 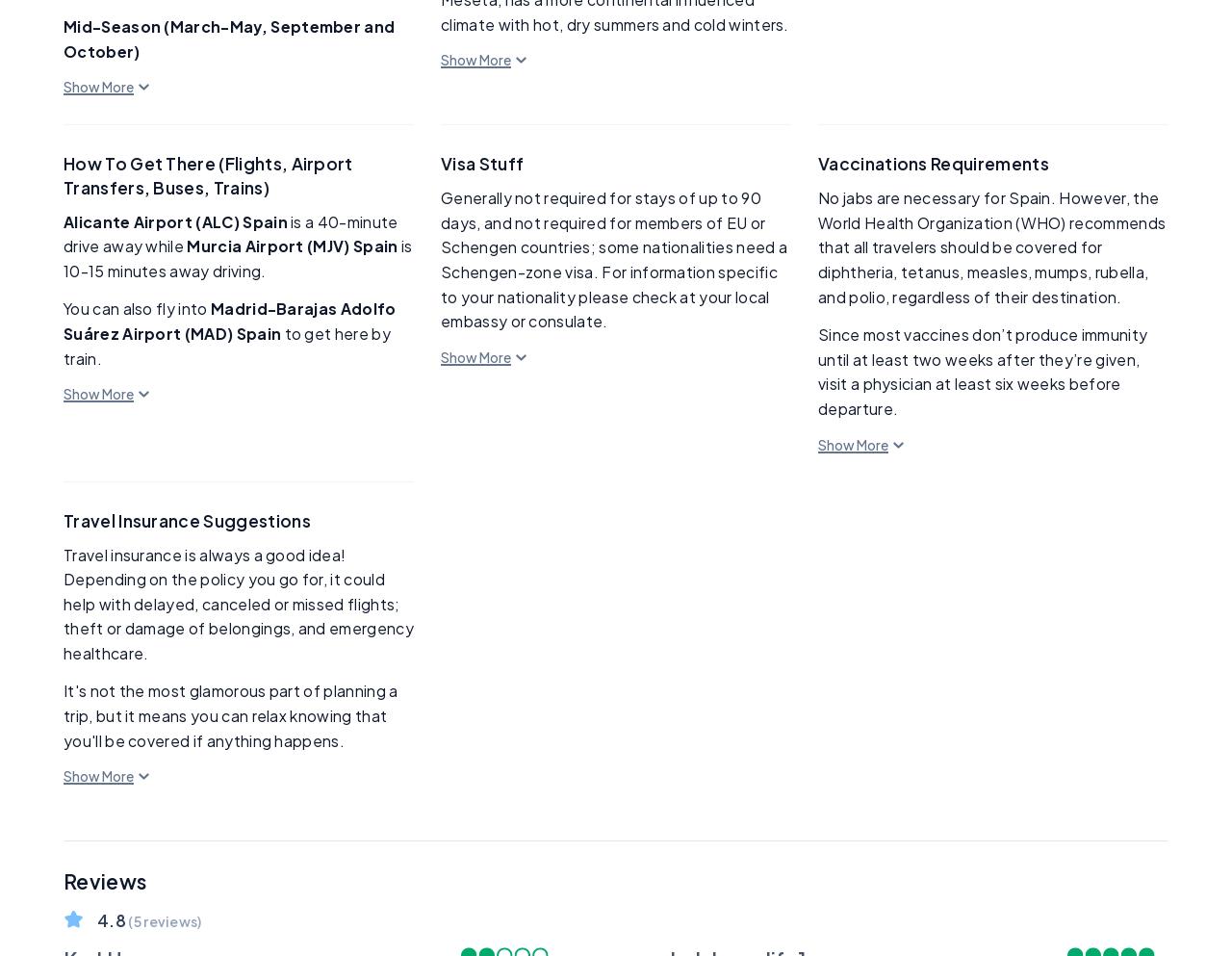 I want to click on 'No jabs are necessary for Spain. However, the World Health Organization (WHO) recommends that all travelers should be covered for diphtheria, tetanus, measles, mumps, rubella, and polio, regardless of their destination.', so click(x=991, y=245).